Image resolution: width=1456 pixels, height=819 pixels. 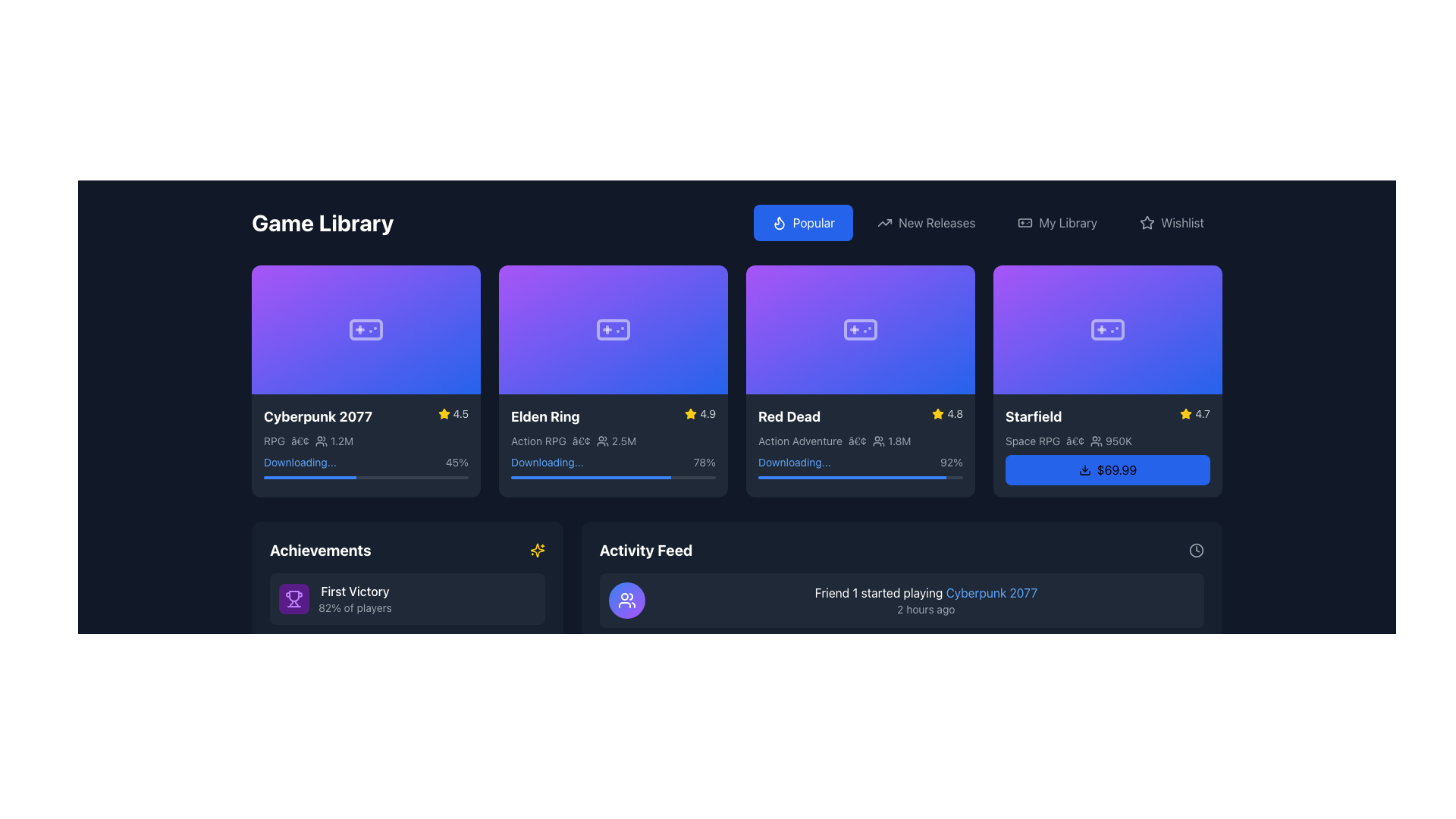 I want to click on static text label indicating the download status of the game 'Cyberpunk 2077', located in the bottom section of the first game card, to the left of '45%', so click(x=300, y=461).